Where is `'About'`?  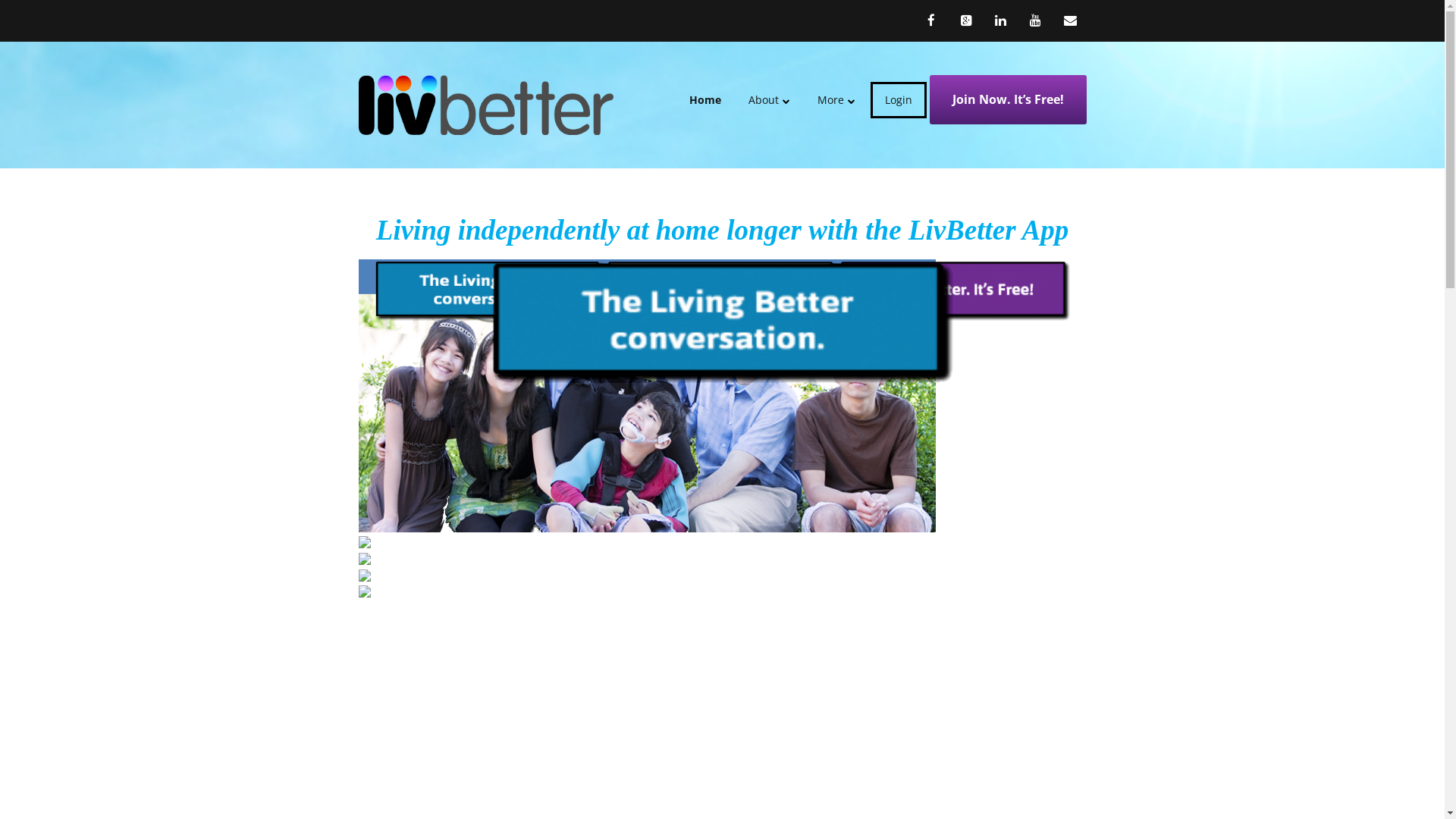 'About' is located at coordinates (768, 99).